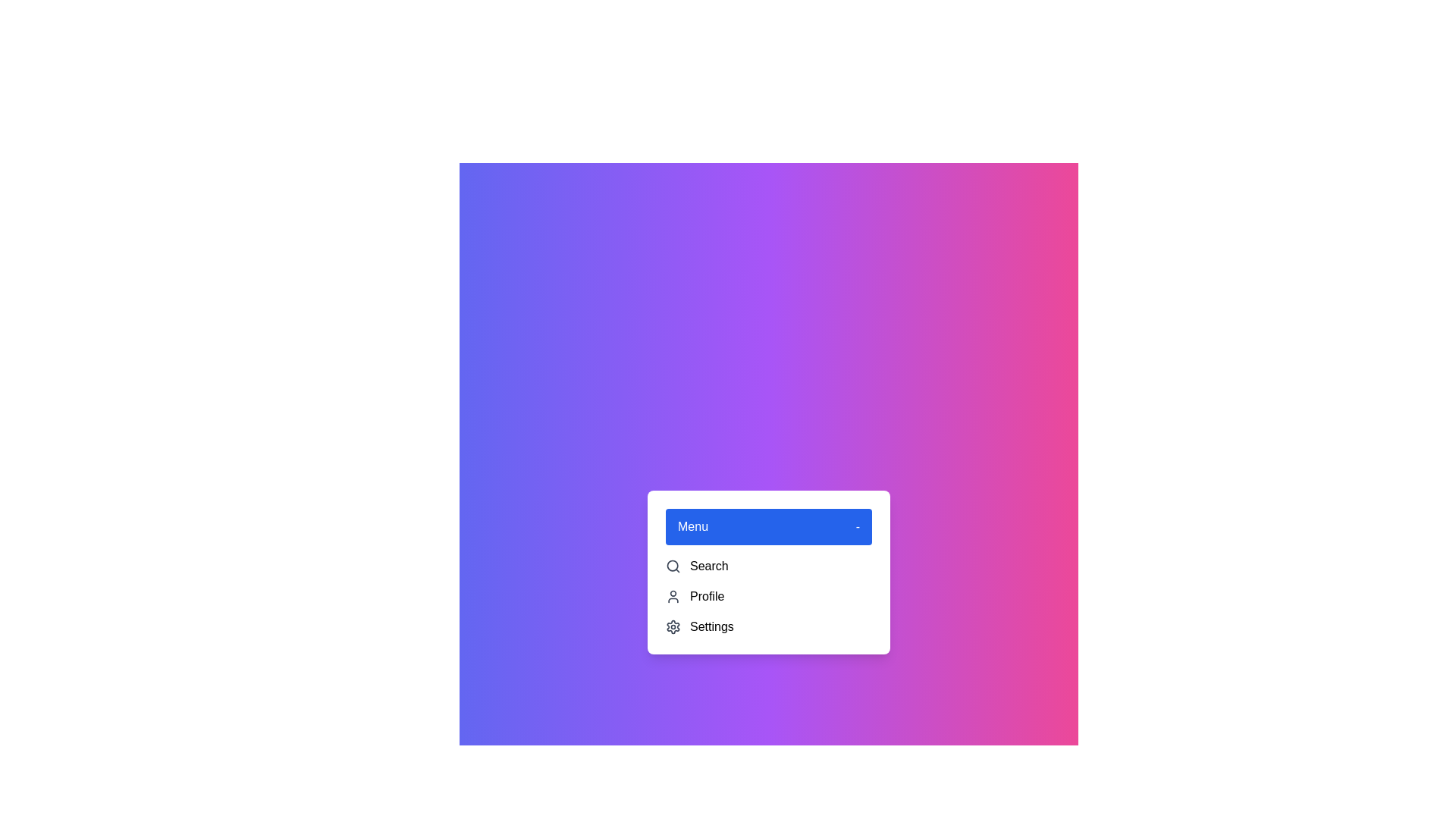  Describe the element at coordinates (768, 626) in the screenshot. I see `the 'Settings' option in the dropdown menu` at that location.